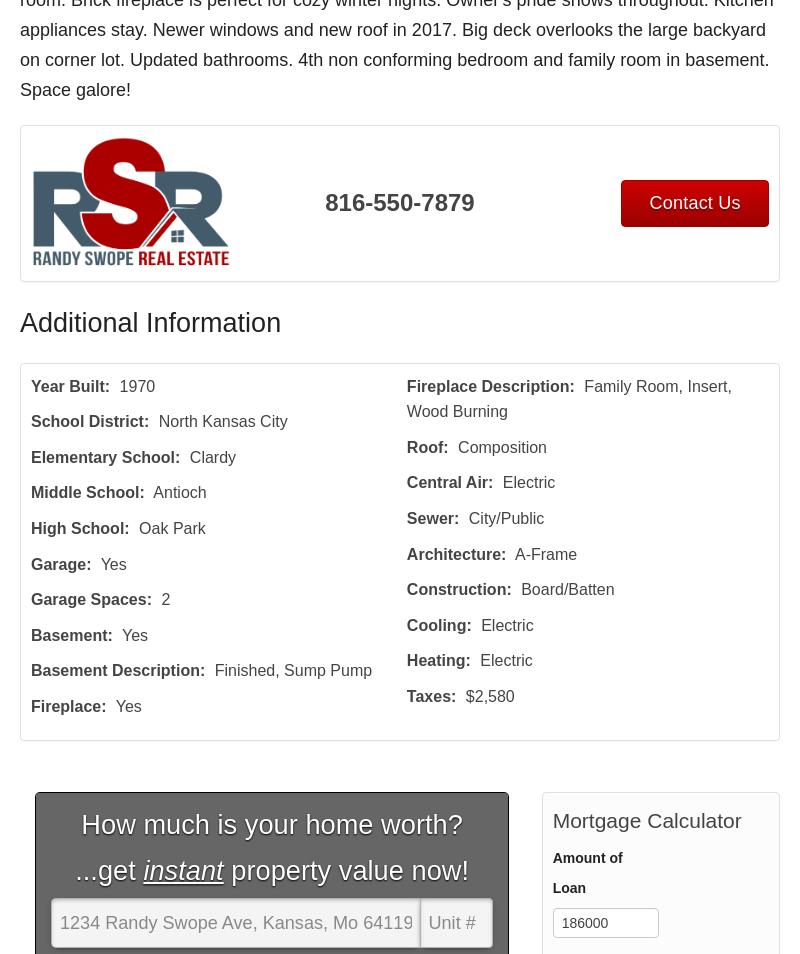 Image resolution: width=800 pixels, height=954 pixels. What do you see at coordinates (405, 481) in the screenshot?
I see `'Central Air'` at bounding box center [405, 481].